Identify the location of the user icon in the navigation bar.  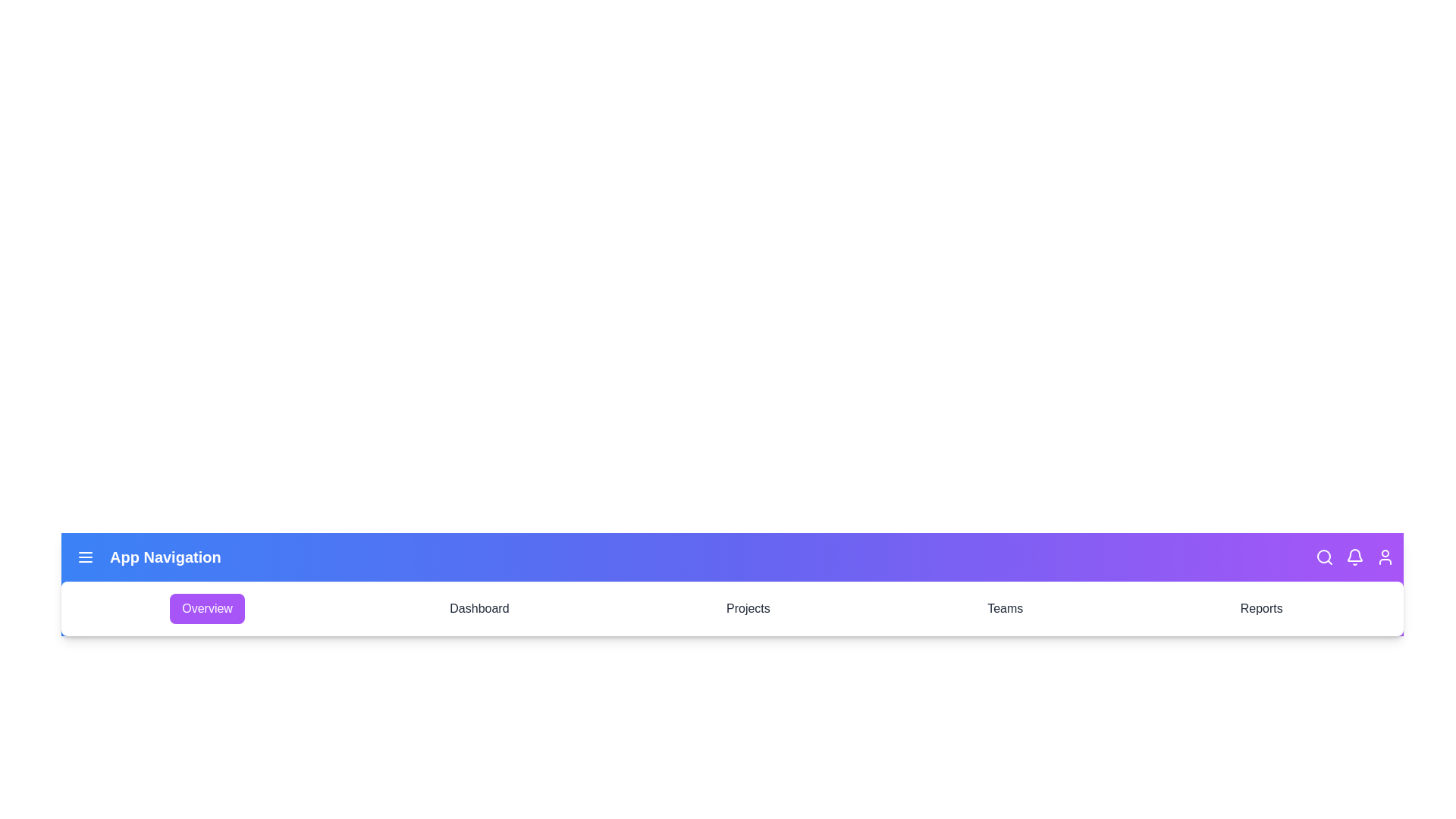
(1385, 557).